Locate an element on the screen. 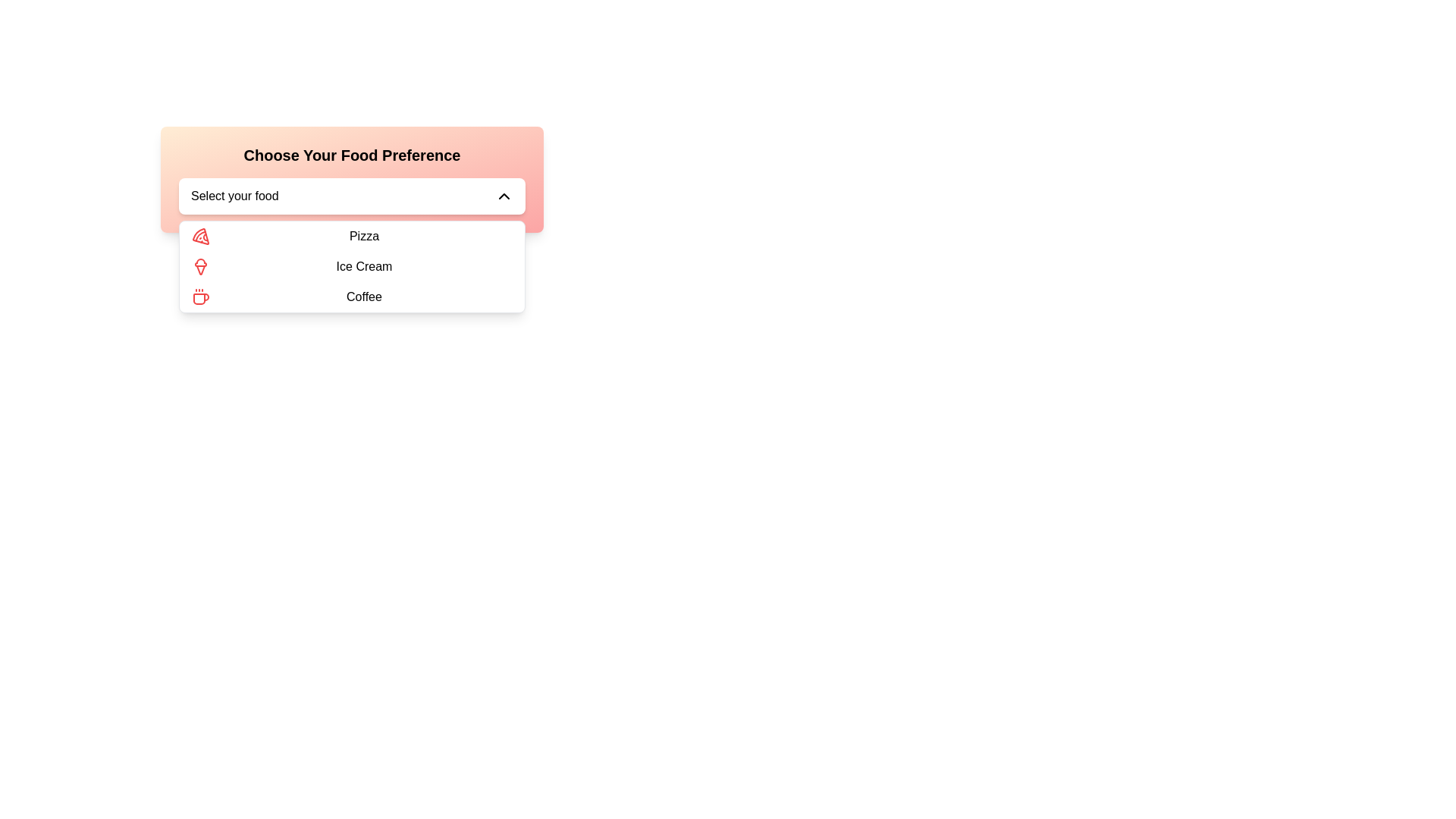  the 'Pizza' text label is located at coordinates (364, 237).